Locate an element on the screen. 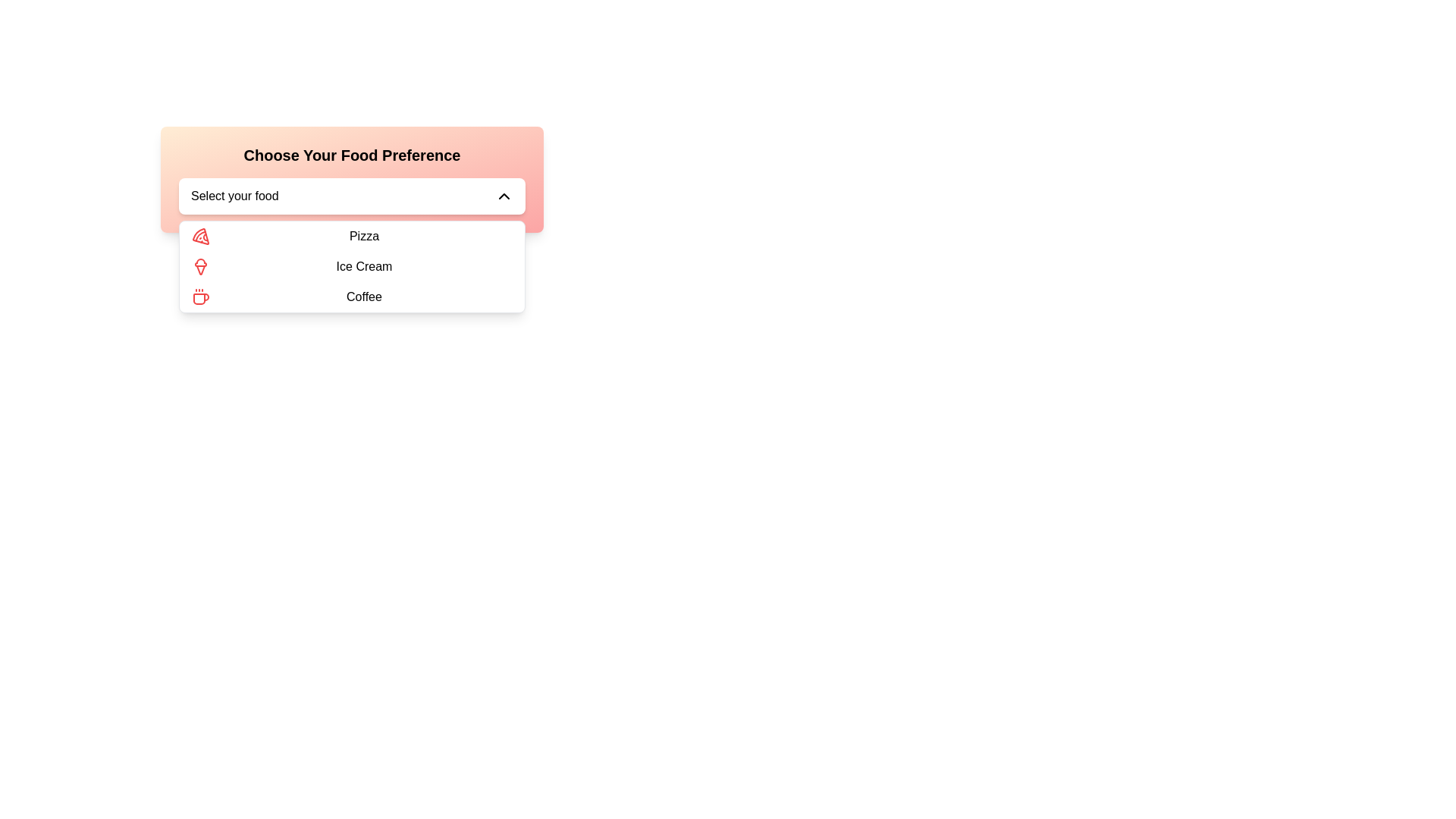  the 'Pizza' text label is located at coordinates (364, 237).